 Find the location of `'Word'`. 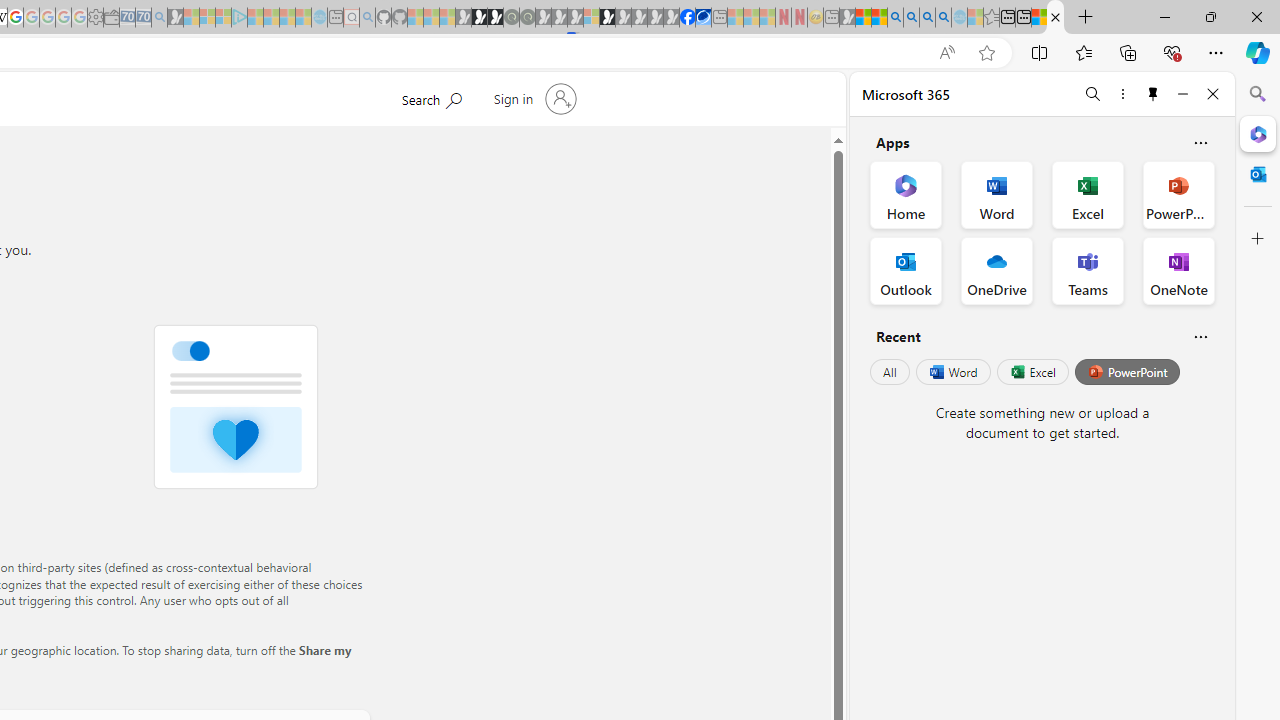

'Word' is located at coordinates (951, 372).